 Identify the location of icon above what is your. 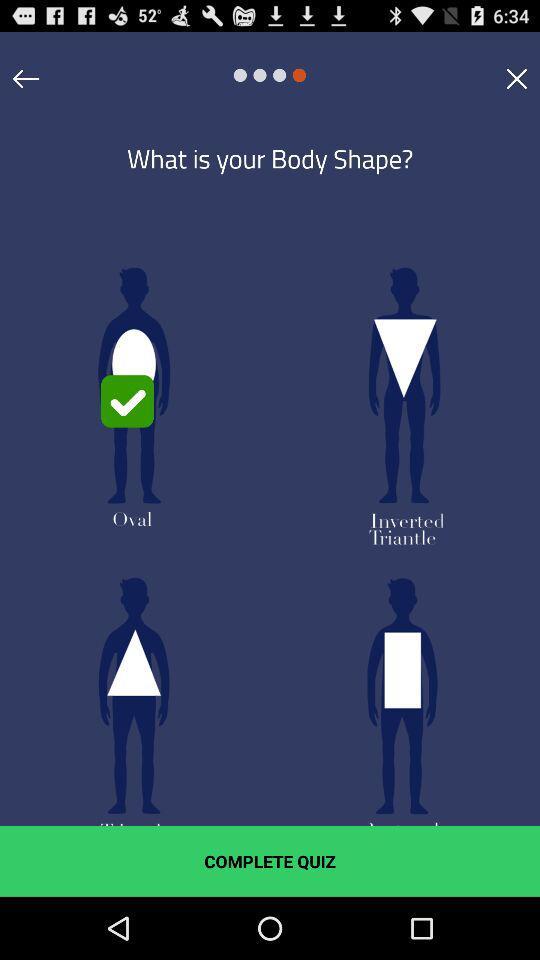
(516, 78).